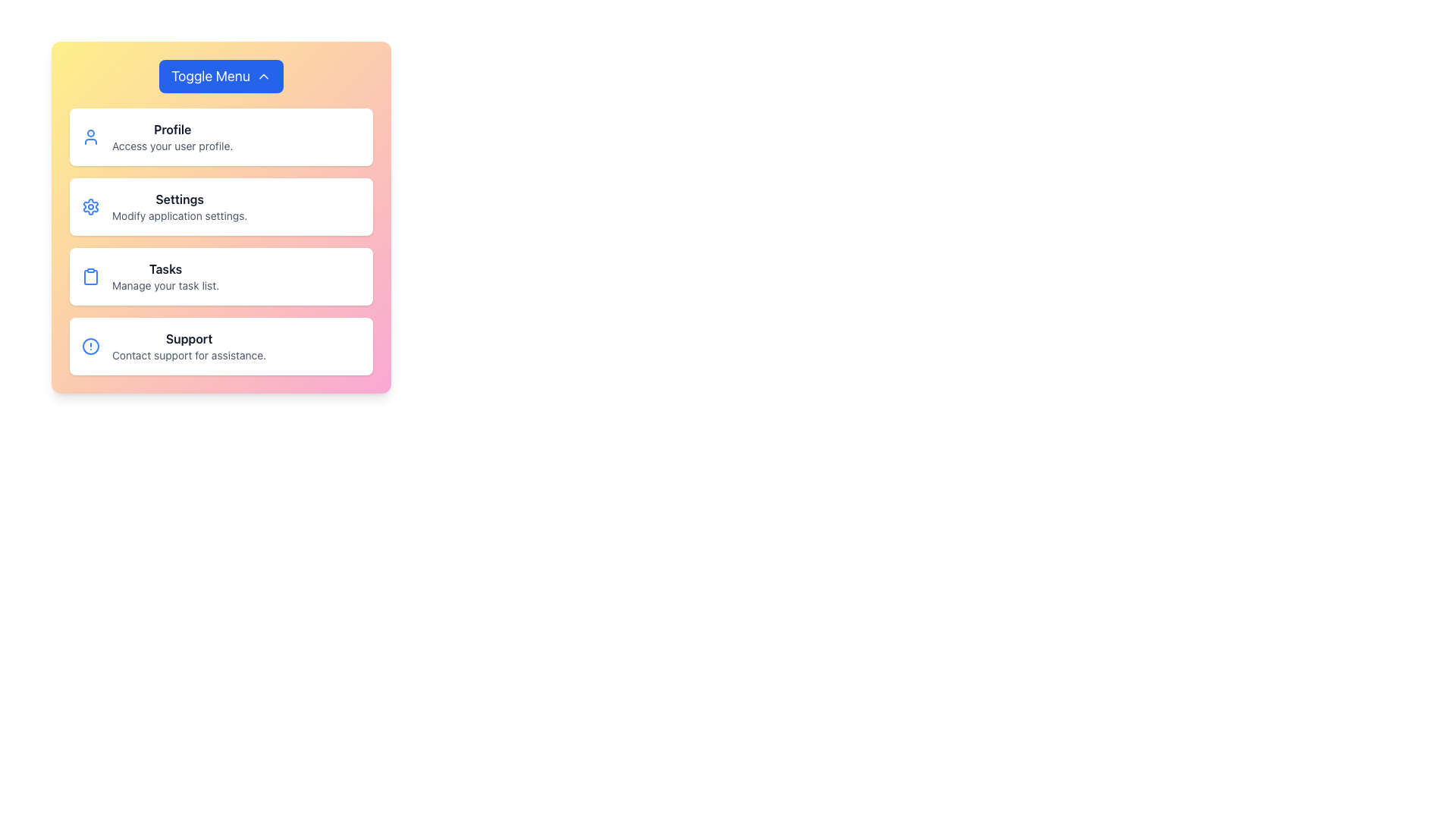  Describe the element at coordinates (188, 356) in the screenshot. I see `the text block displaying 'Contact support for assistance.' which is styled in gray and positioned below 'Support'` at that location.